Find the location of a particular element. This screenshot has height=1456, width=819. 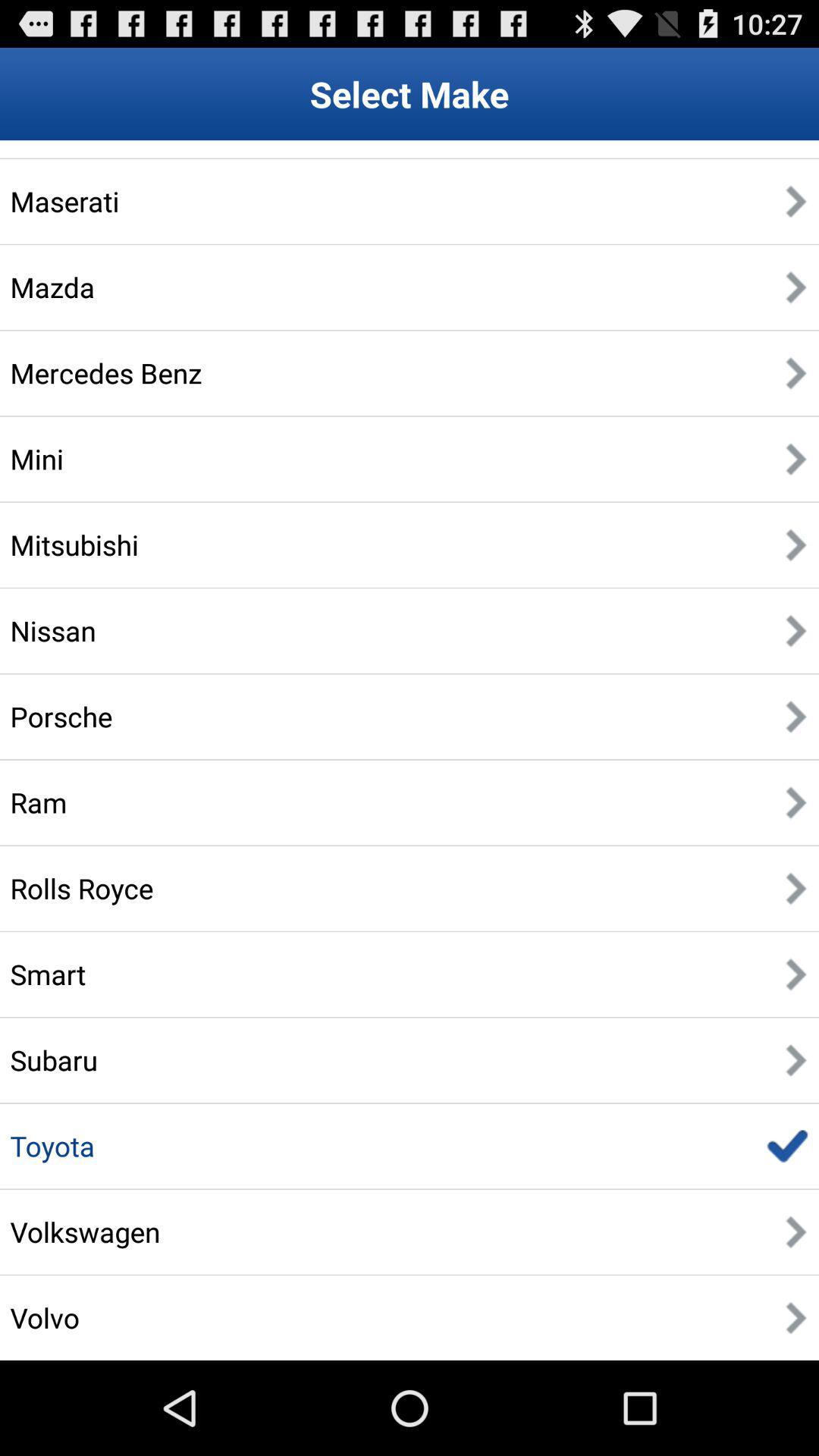

app below ram is located at coordinates (82, 888).